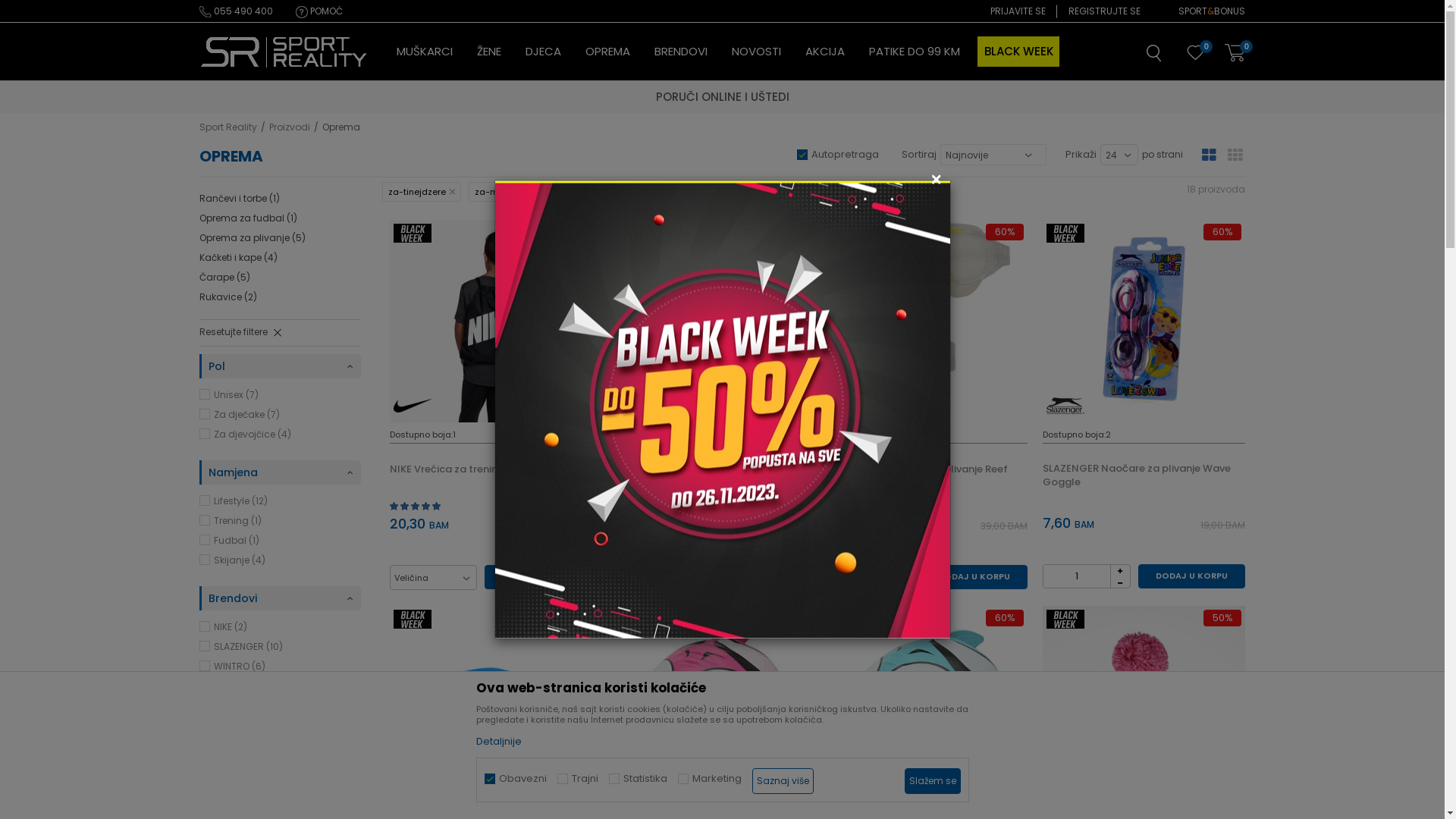  I want to click on 'Sport Reality', so click(284, 52).